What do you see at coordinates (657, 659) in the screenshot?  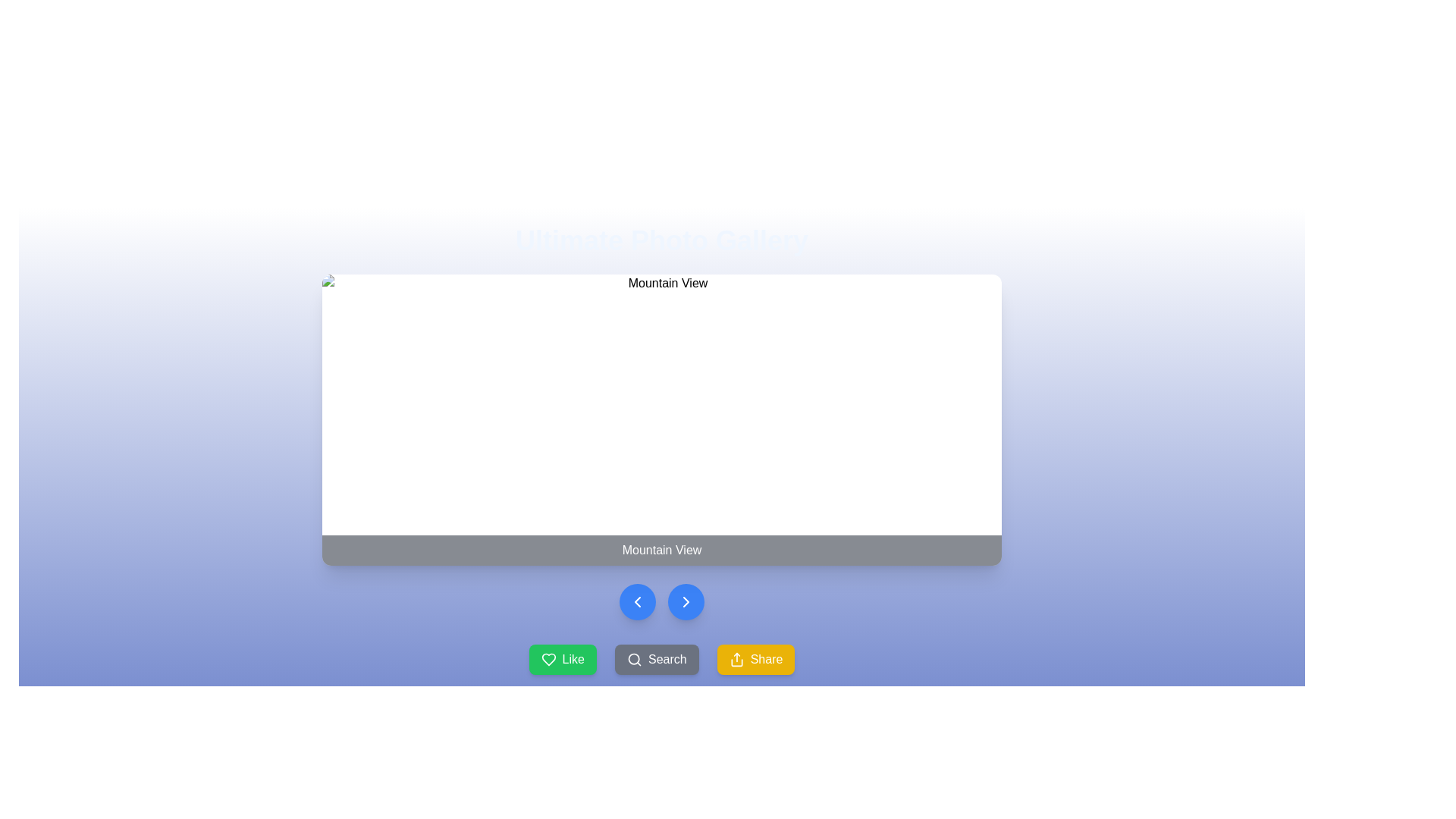 I see `the middle button in the horizontal arrangement of three buttons to initiate a search operation` at bounding box center [657, 659].